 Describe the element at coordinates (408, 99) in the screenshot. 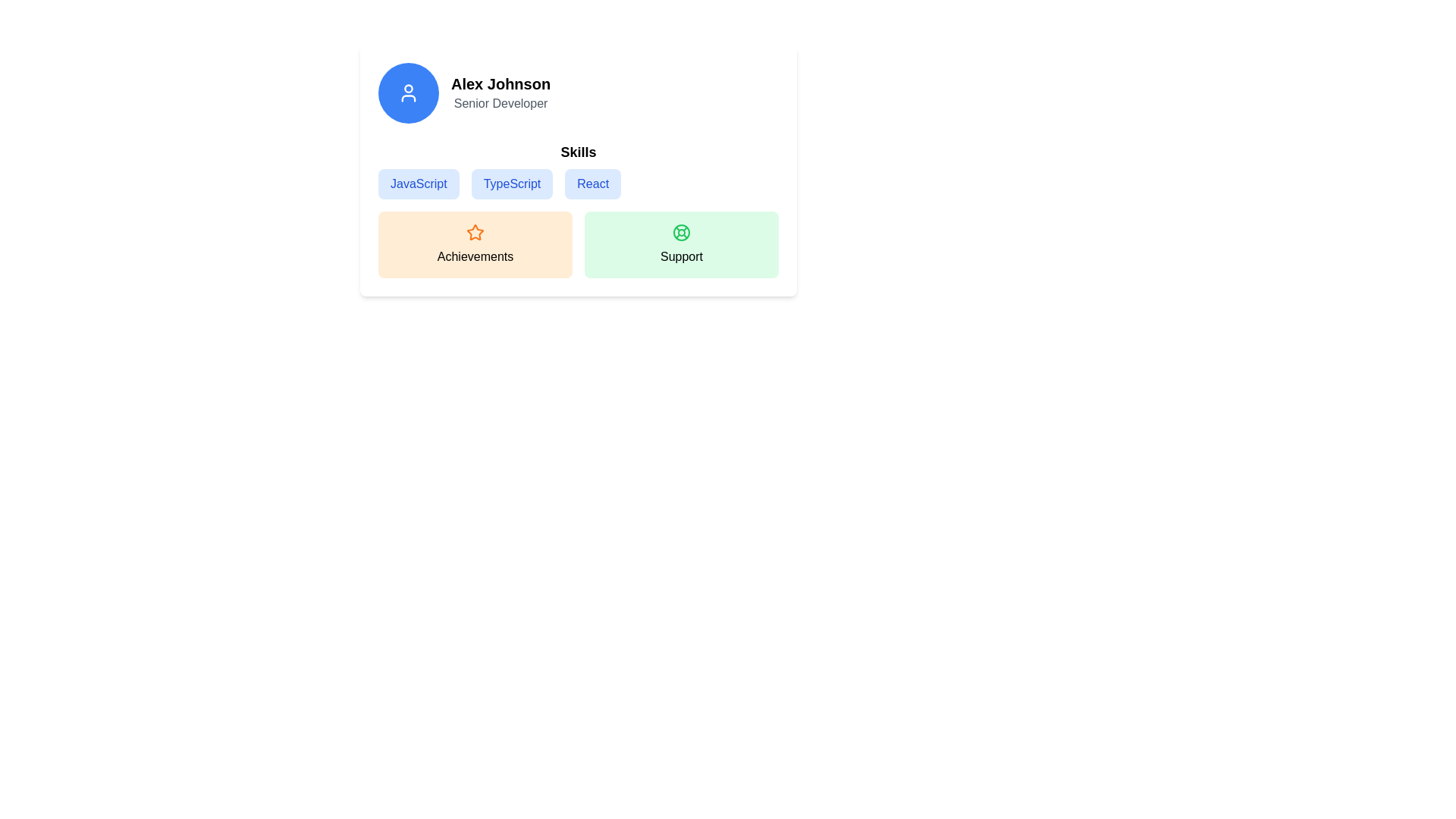

I see `the curve forming the base of the simplified user icon, which is styled in the same color and stroke attributes as the rest of the icon, and is positioned below the circular head shape in the SVG element` at that location.